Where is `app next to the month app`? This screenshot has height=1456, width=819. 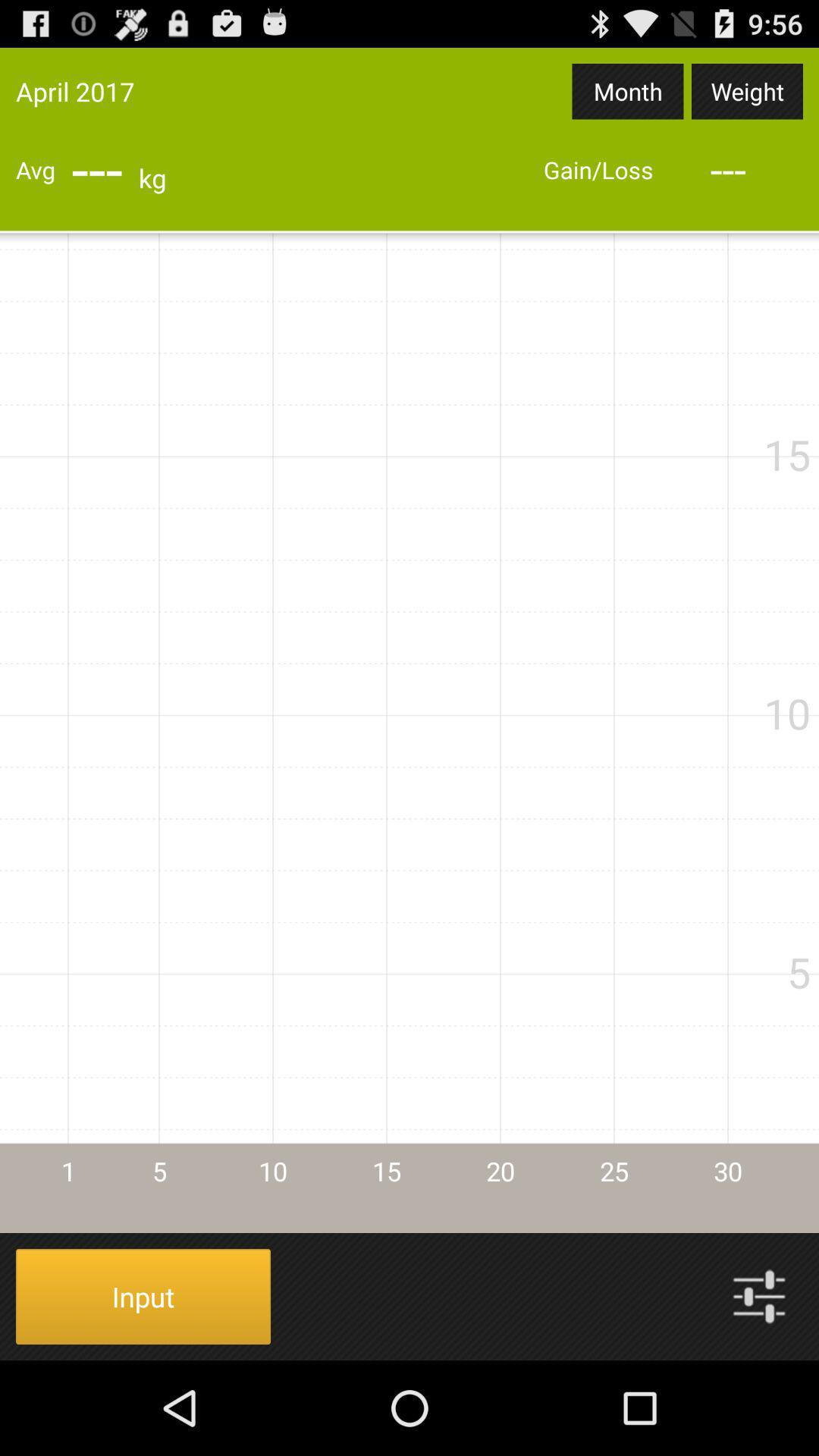 app next to the month app is located at coordinates (746, 90).